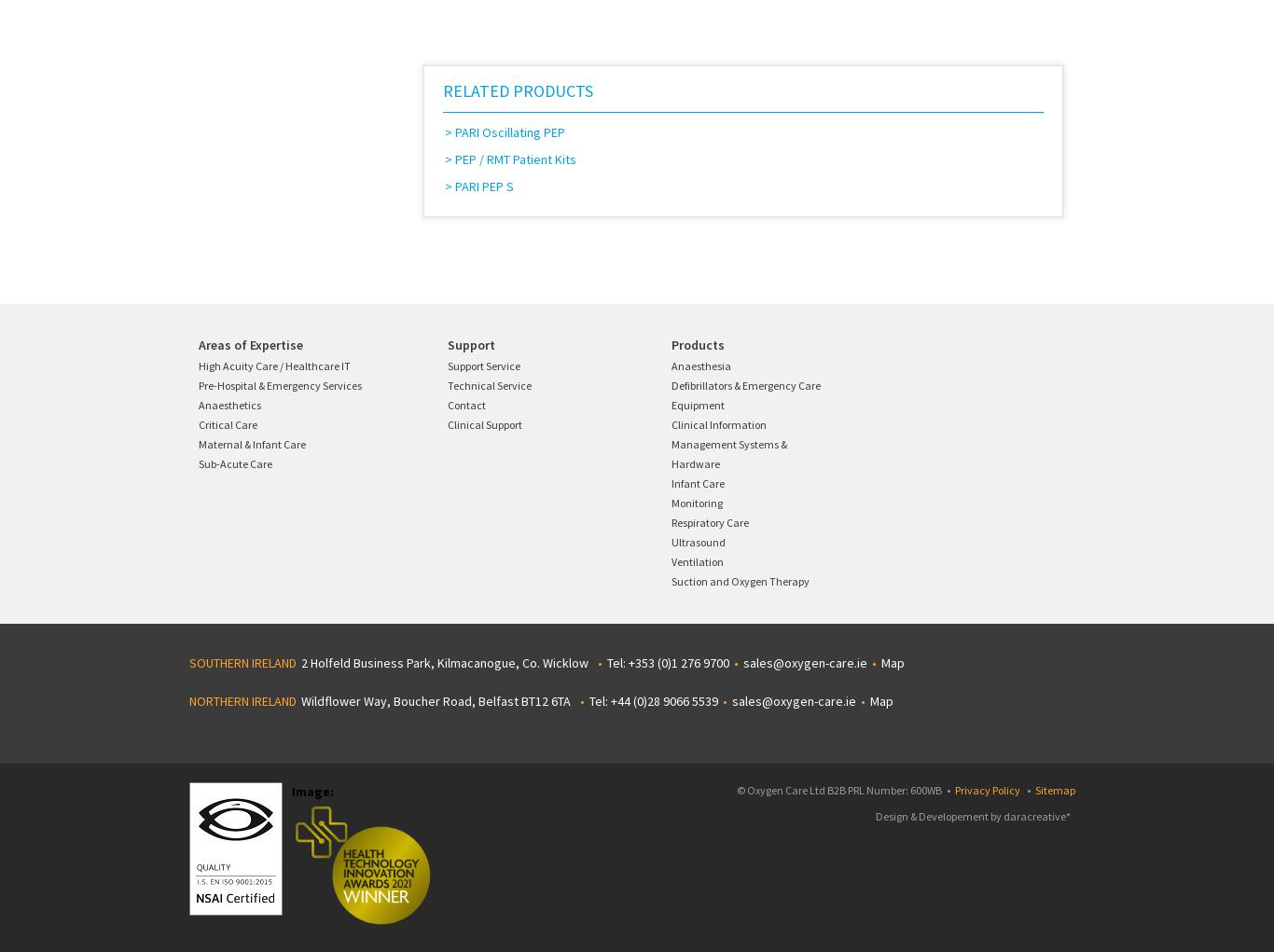  I want to click on 'SOUTHERN IRELAND', so click(242, 662).